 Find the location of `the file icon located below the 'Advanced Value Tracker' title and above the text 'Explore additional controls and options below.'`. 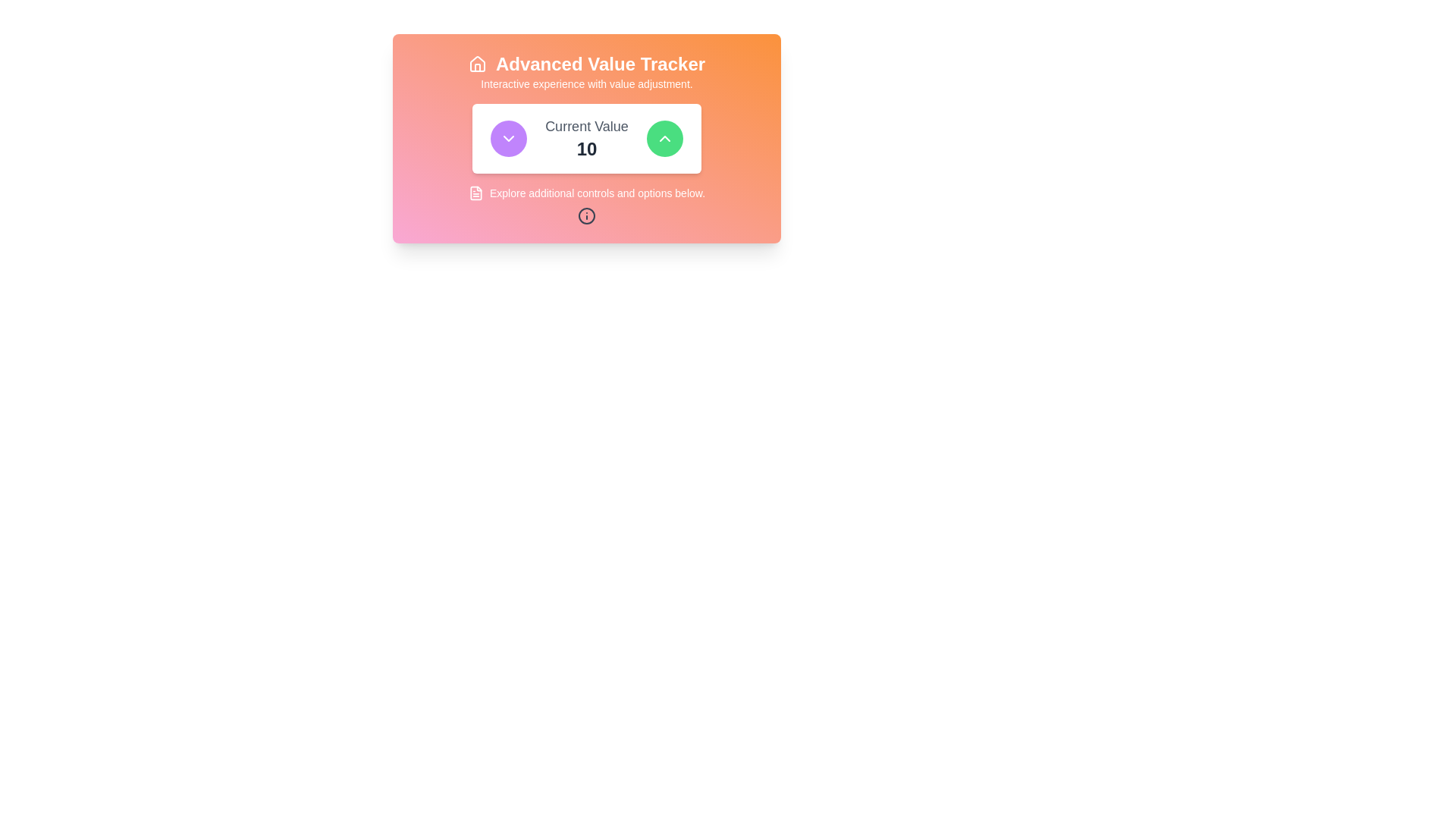

the file icon located below the 'Advanced Value Tracker' title and above the text 'Explore additional controls and options below.' is located at coordinates (475, 192).